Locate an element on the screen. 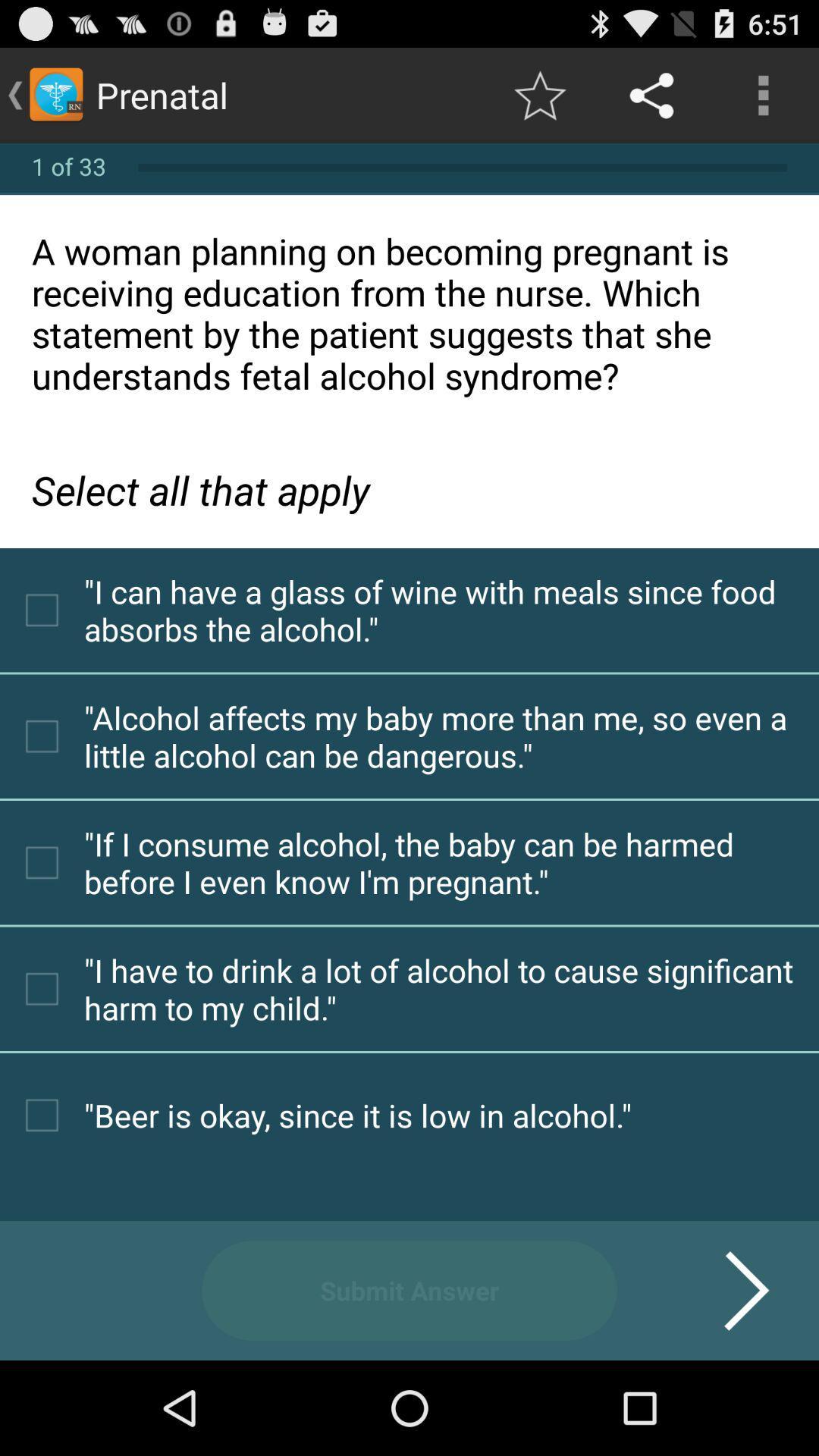  icon below the beer is okay item is located at coordinates (727, 1290).